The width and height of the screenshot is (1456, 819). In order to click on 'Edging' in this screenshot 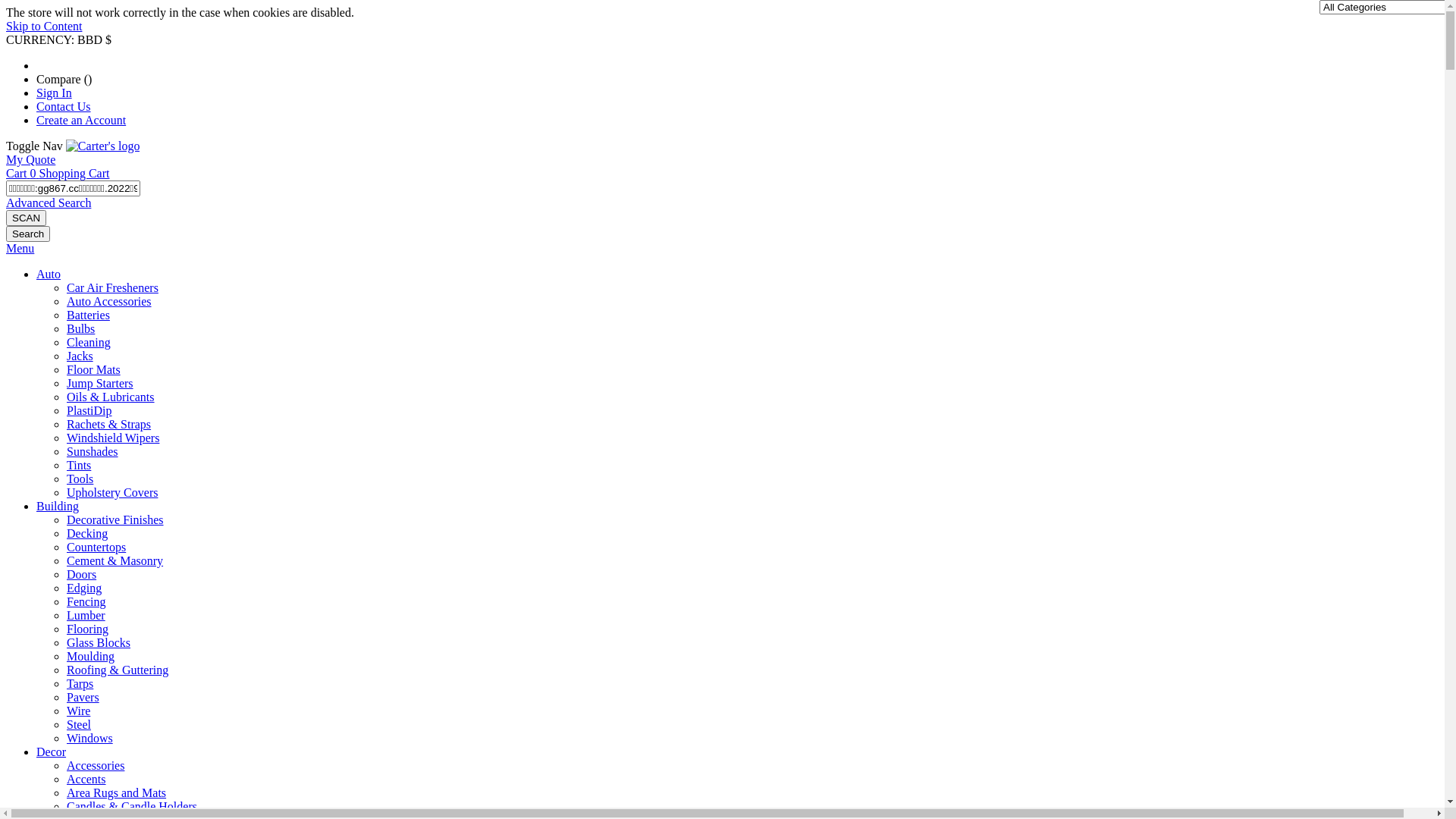, I will do `click(83, 587)`.